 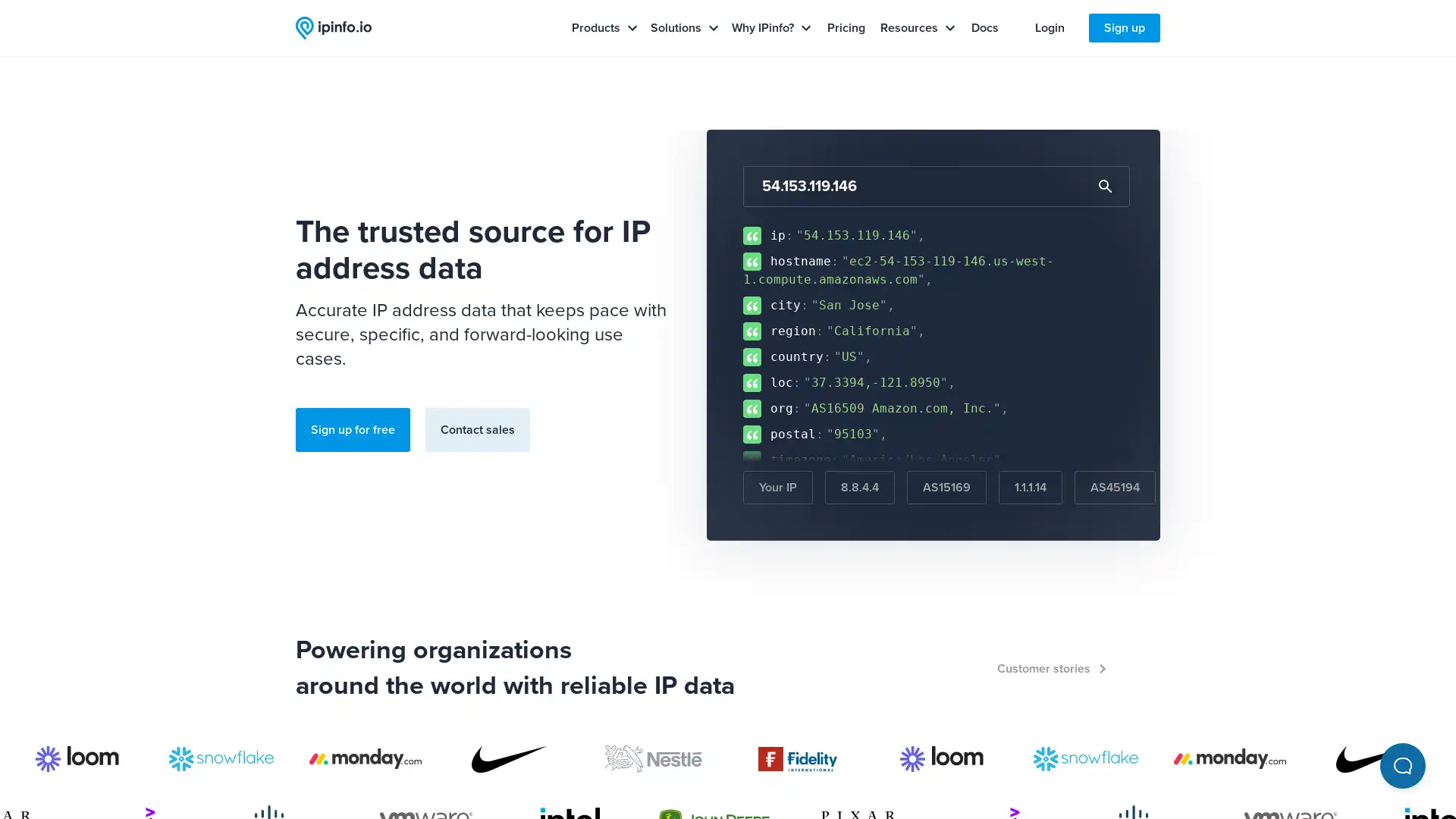 What do you see at coordinates (778, 488) in the screenshot?
I see `Your IP` at bounding box center [778, 488].